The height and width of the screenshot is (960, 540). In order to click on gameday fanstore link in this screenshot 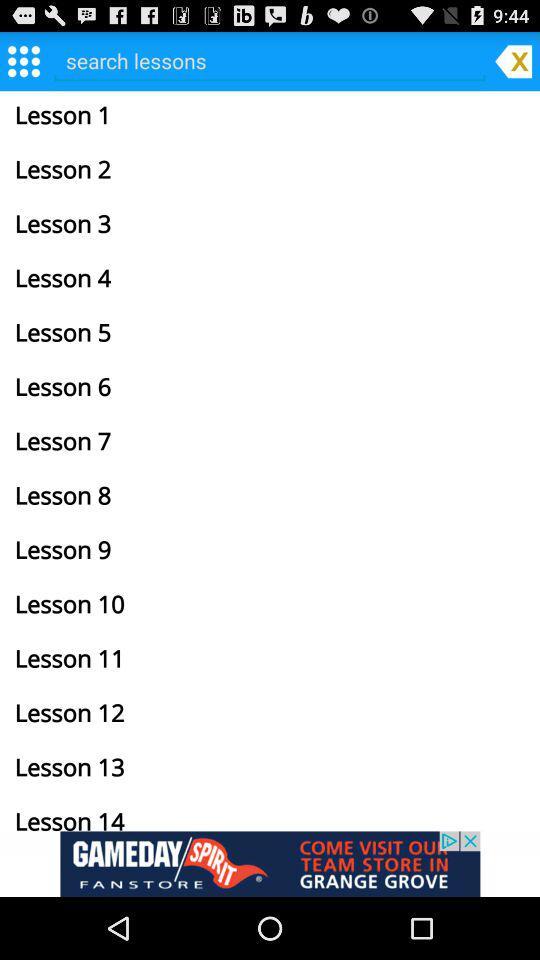, I will do `click(270, 863)`.